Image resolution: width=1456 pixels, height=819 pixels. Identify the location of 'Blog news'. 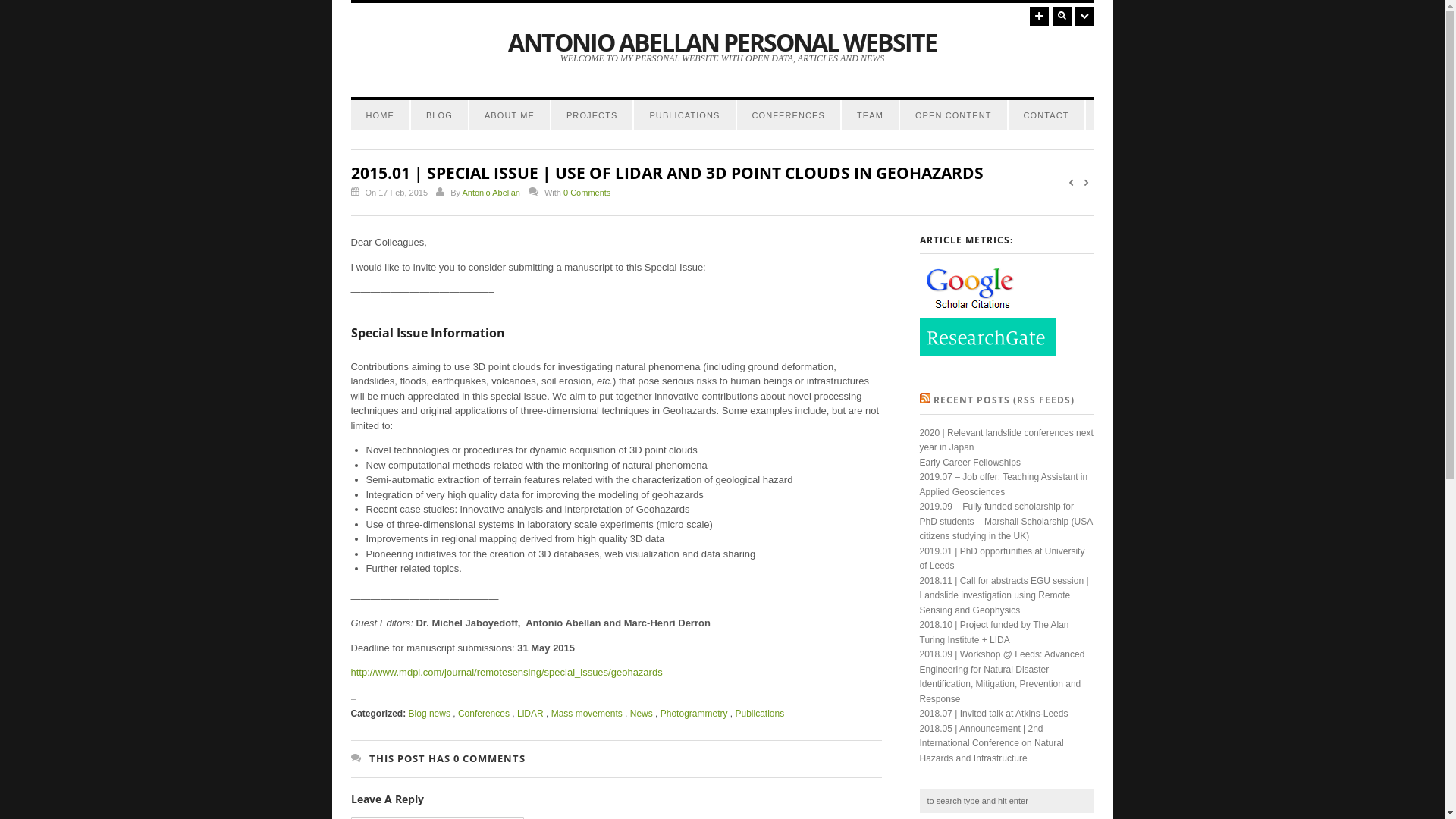
(408, 714).